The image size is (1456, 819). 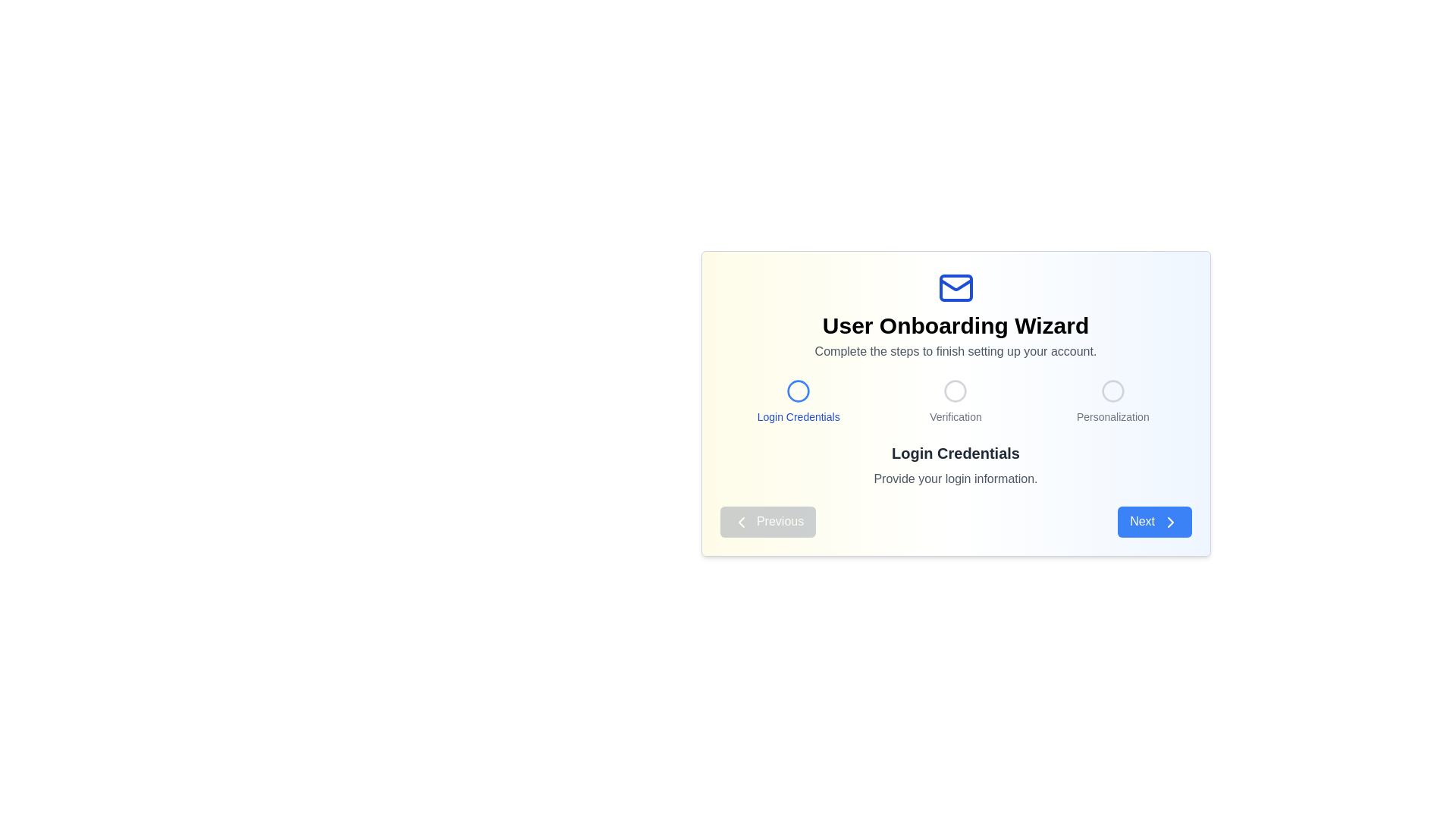 What do you see at coordinates (955, 417) in the screenshot?
I see `the Static Text element displaying 'Verification' in the onboarding wizard interface, located below the second circle of the step indicator` at bounding box center [955, 417].